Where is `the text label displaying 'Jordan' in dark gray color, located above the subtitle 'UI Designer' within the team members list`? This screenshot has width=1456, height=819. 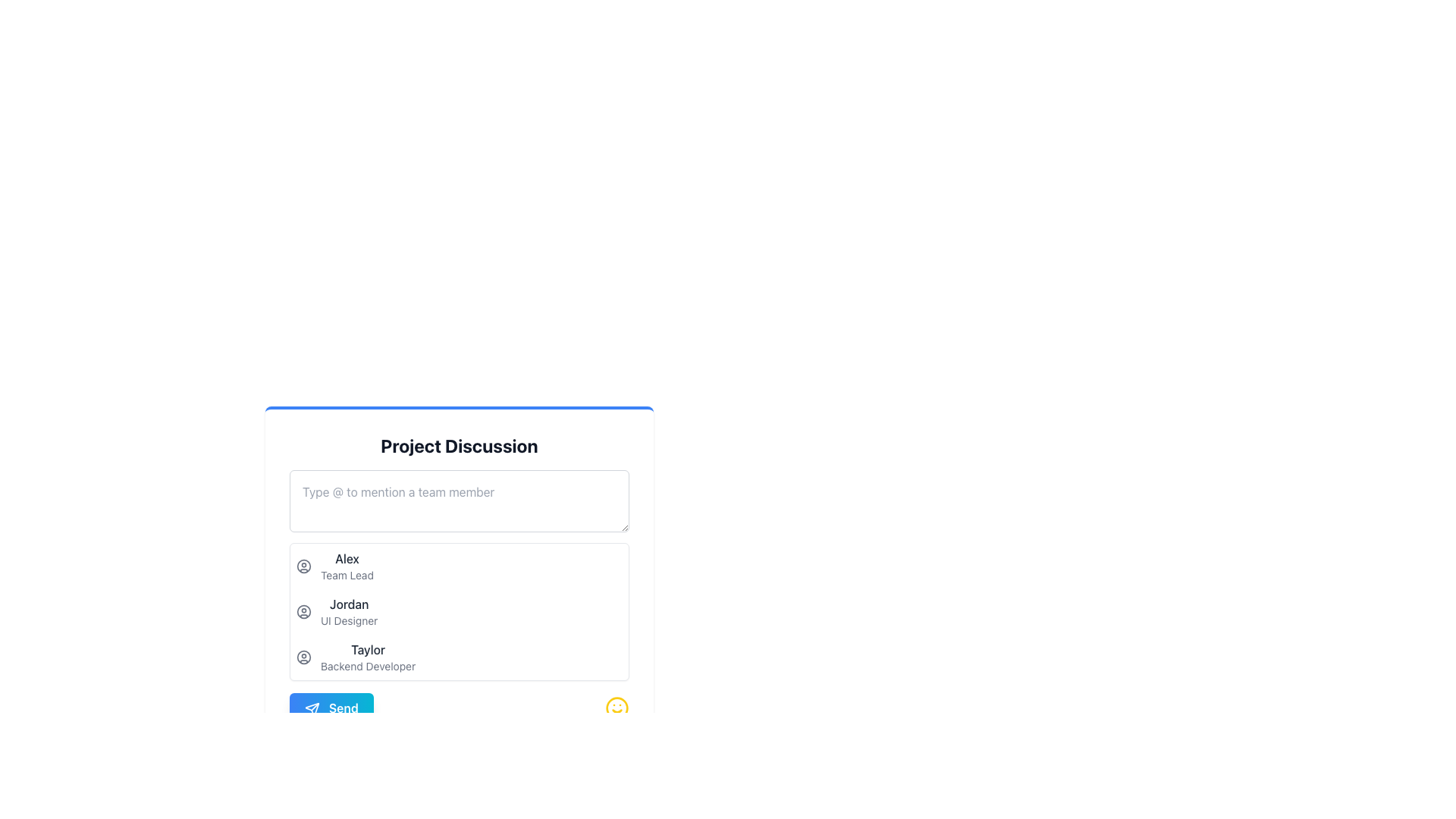
the text label displaying 'Jordan' in dark gray color, located above the subtitle 'UI Designer' within the team members list is located at coordinates (348, 604).